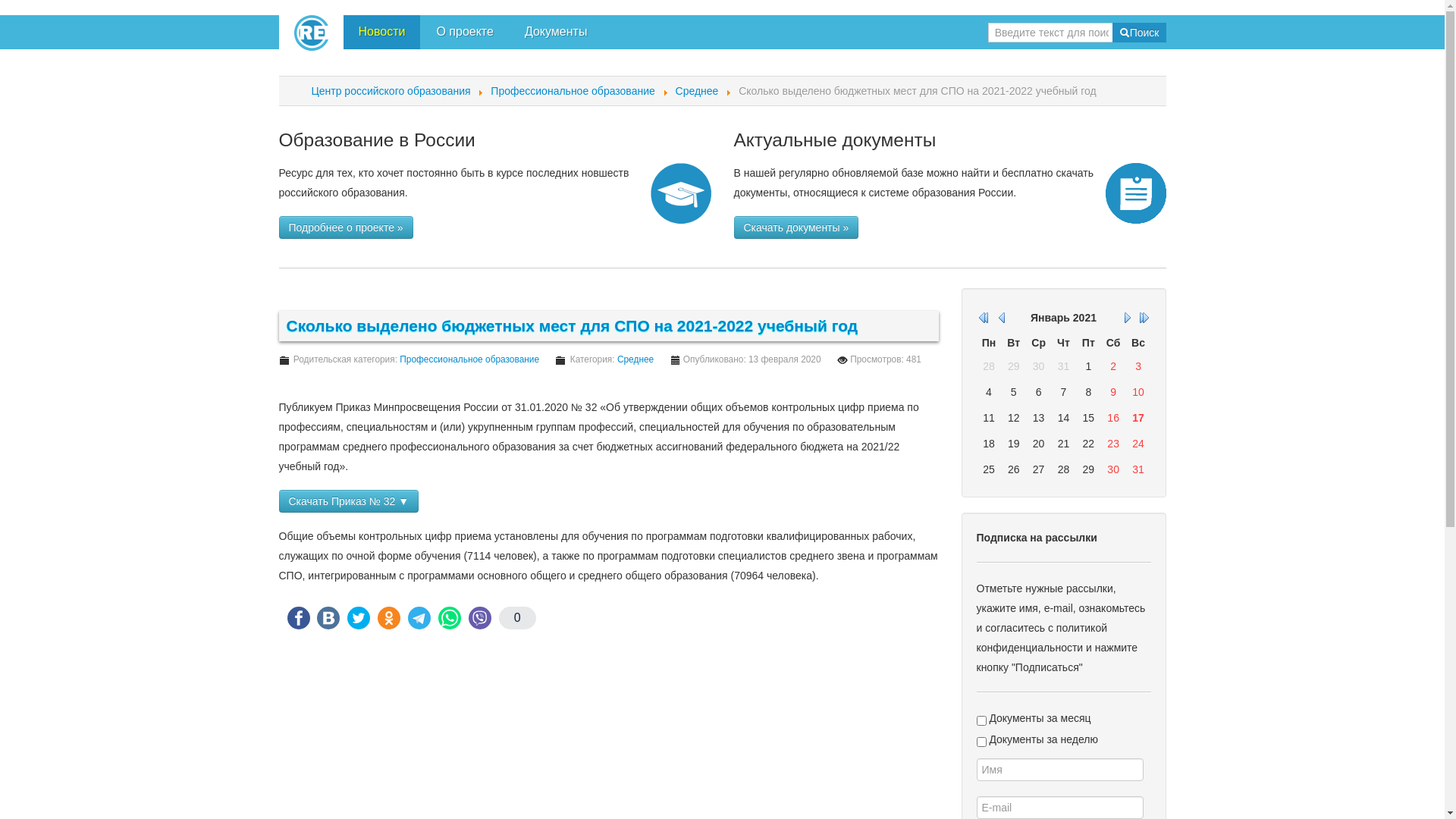 The image size is (1456, 819). What do you see at coordinates (479, 617) in the screenshot?
I see `'Viber'` at bounding box center [479, 617].